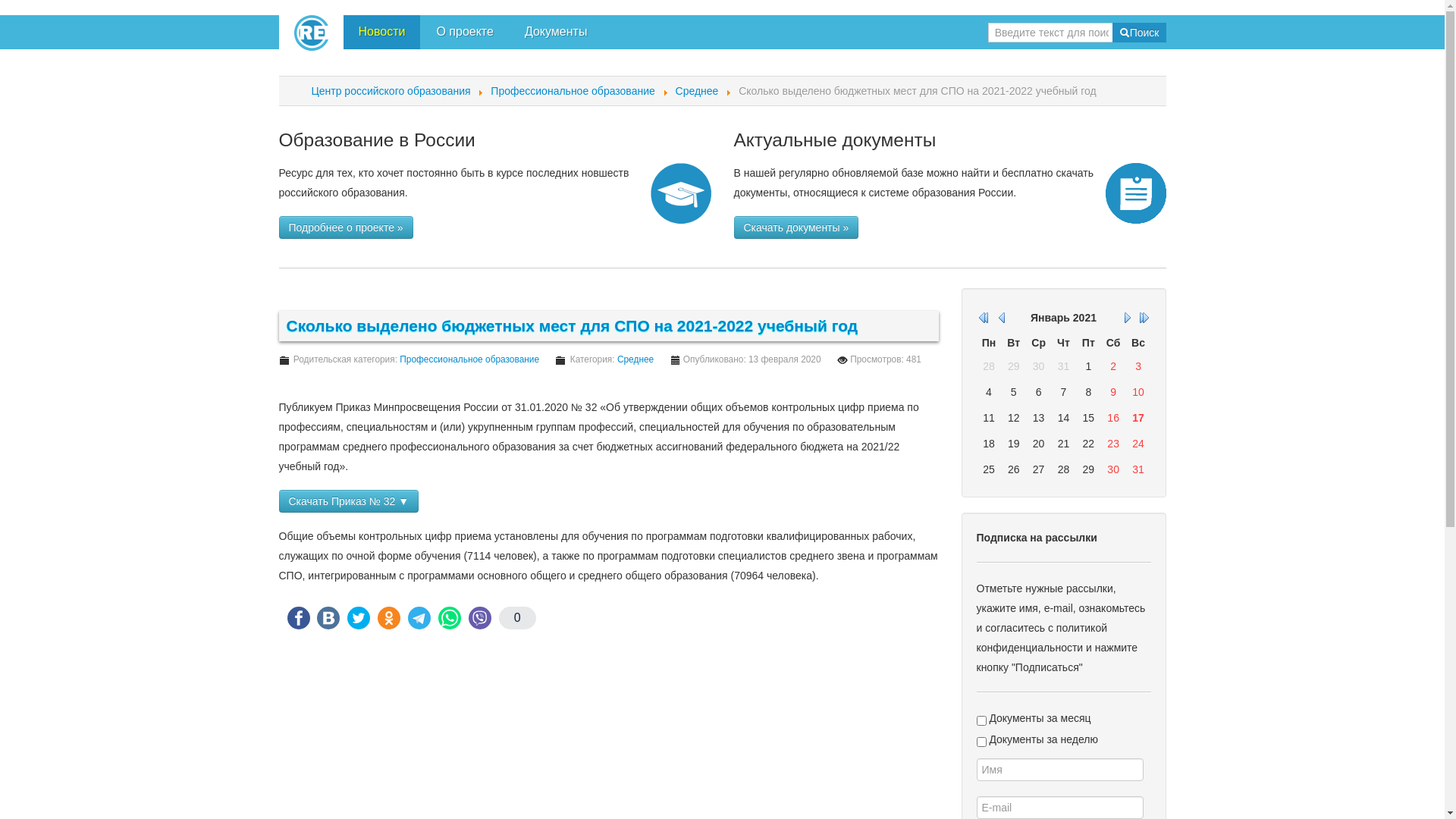 The image size is (1456, 819). What do you see at coordinates (479, 617) in the screenshot?
I see `'Viber'` at bounding box center [479, 617].